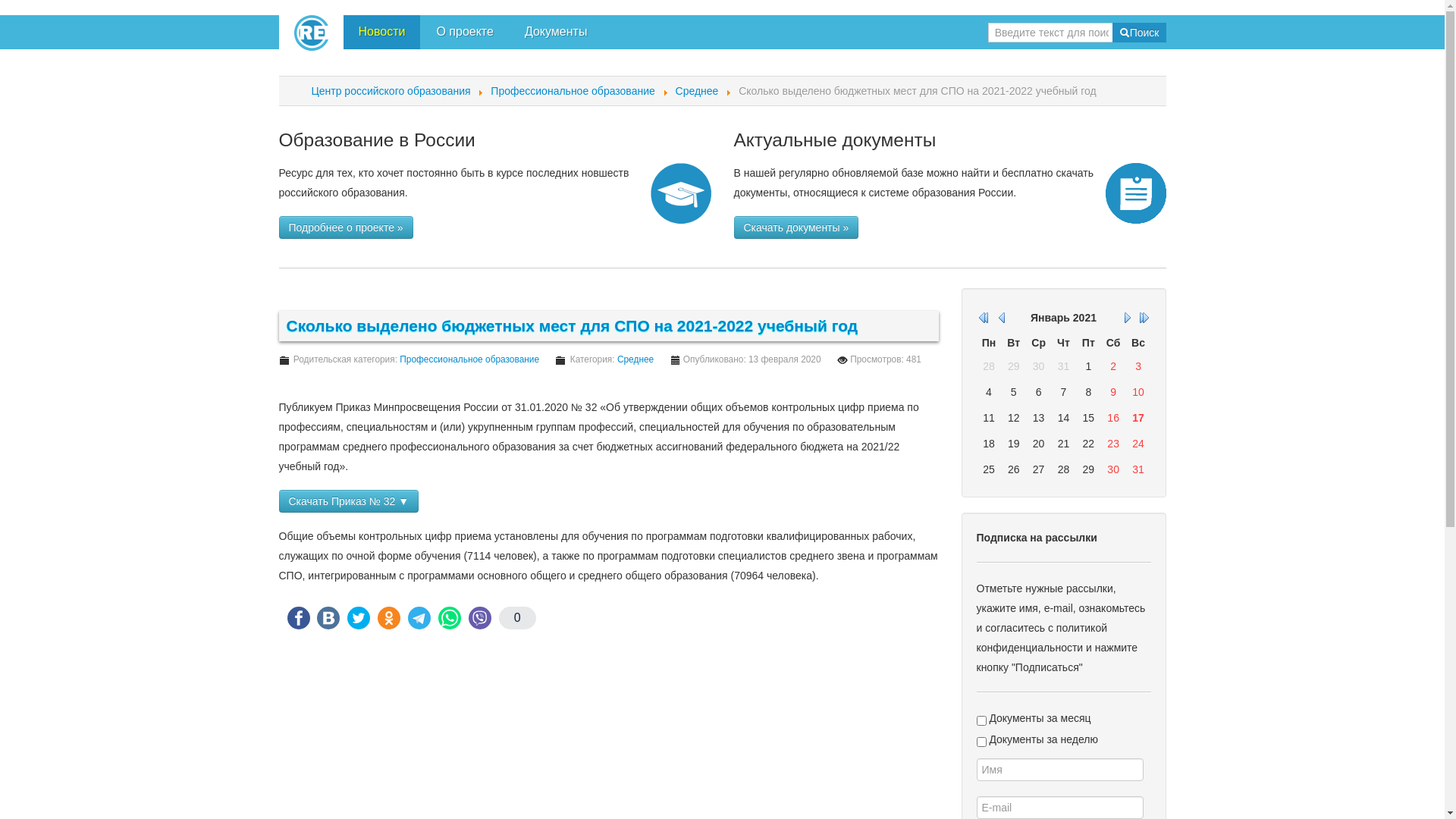 The image size is (1456, 819). What do you see at coordinates (479, 617) in the screenshot?
I see `'Viber'` at bounding box center [479, 617].